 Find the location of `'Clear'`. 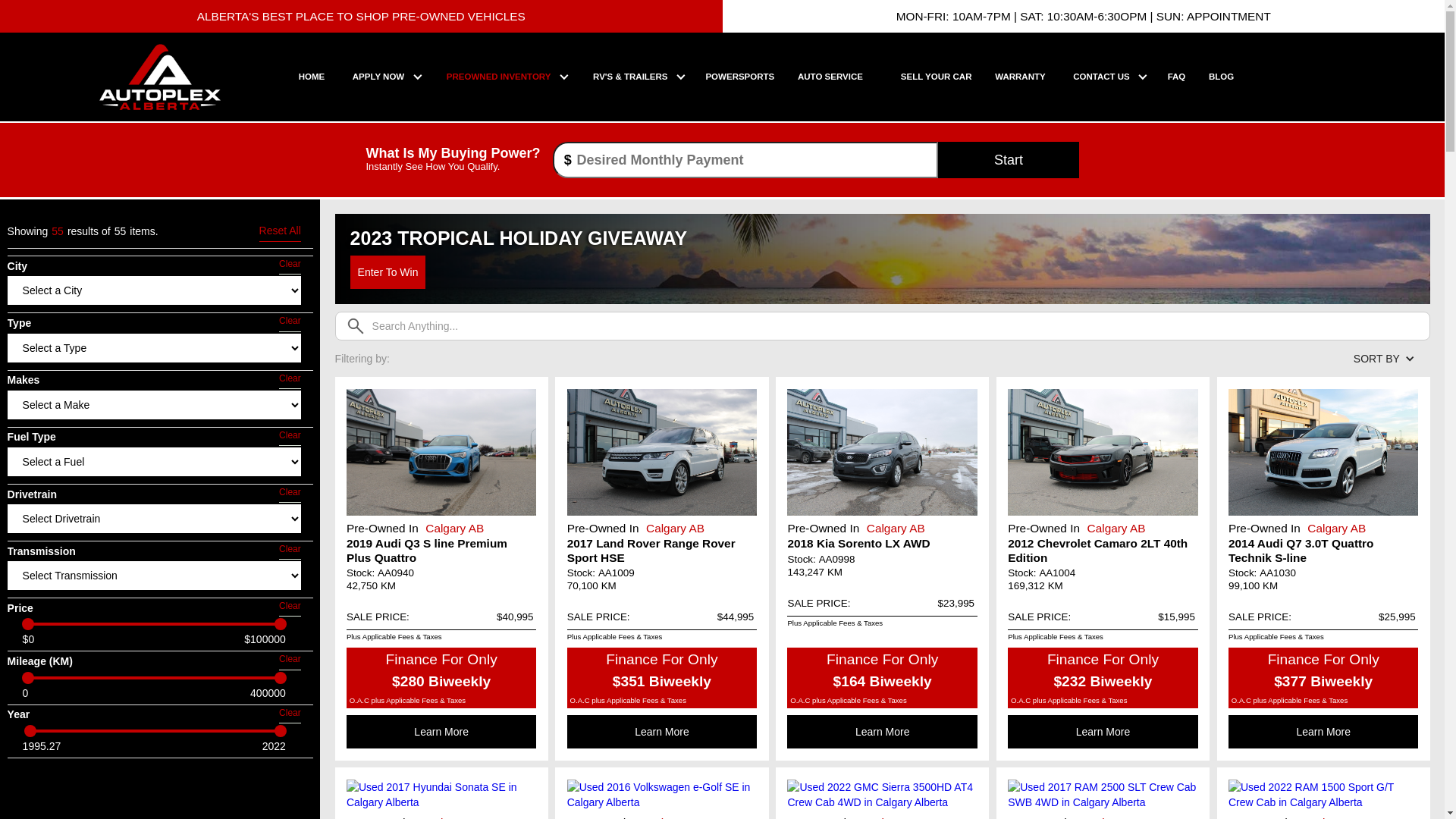

'Clear' is located at coordinates (290, 660).